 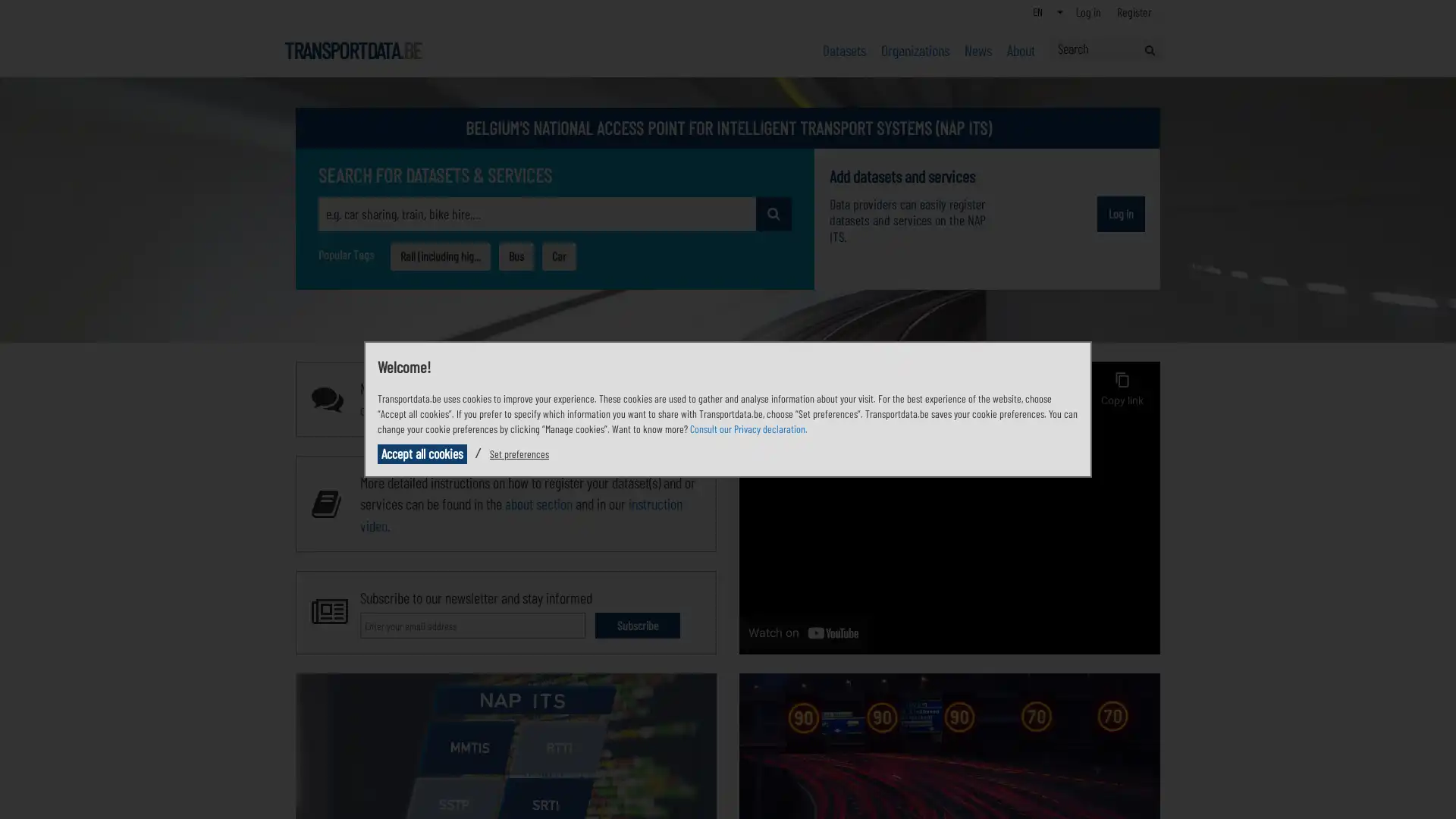 What do you see at coordinates (637, 625) in the screenshot?
I see `Subscribe` at bounding box center [637, 625].